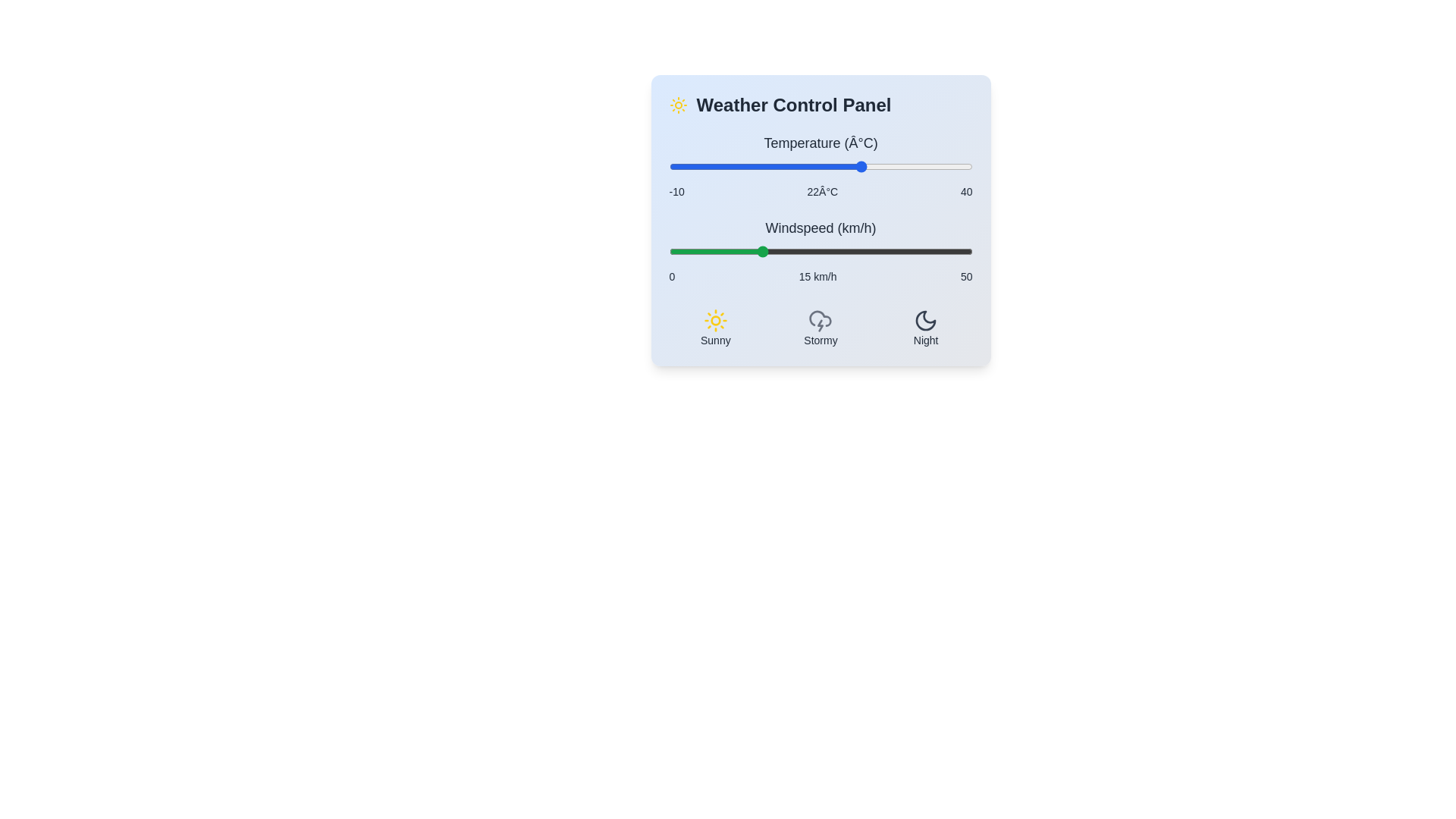 This screenshot has width=1456, height=819. What do you see at coordinates (714, 320) in the screenshot?
I see `the central SVG Circle that represents the sun icon in the 'Weather Control Panel'` at bounding box center [714, 320].